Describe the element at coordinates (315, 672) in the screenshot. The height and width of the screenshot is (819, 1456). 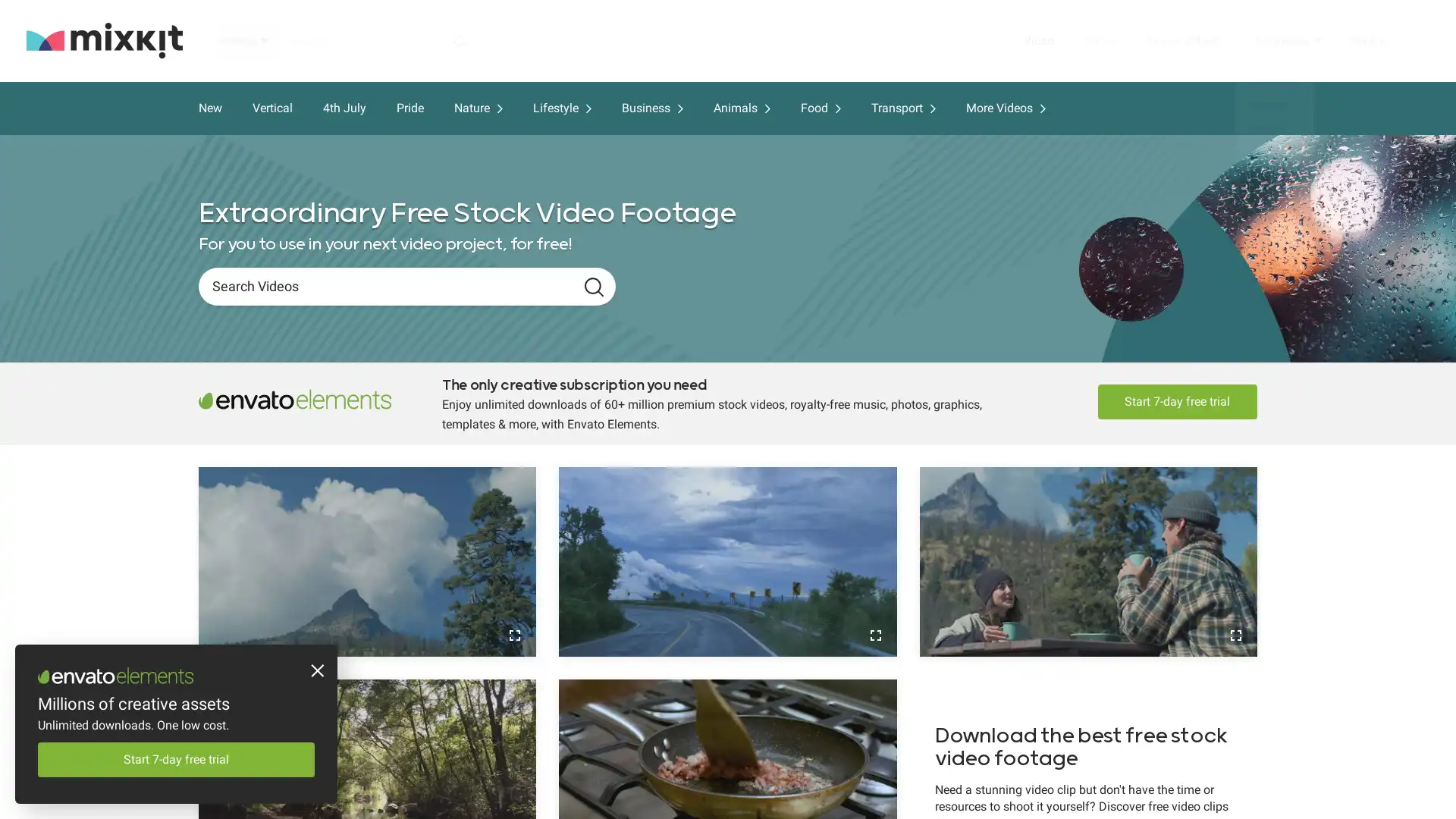
I see `Close` at that location.